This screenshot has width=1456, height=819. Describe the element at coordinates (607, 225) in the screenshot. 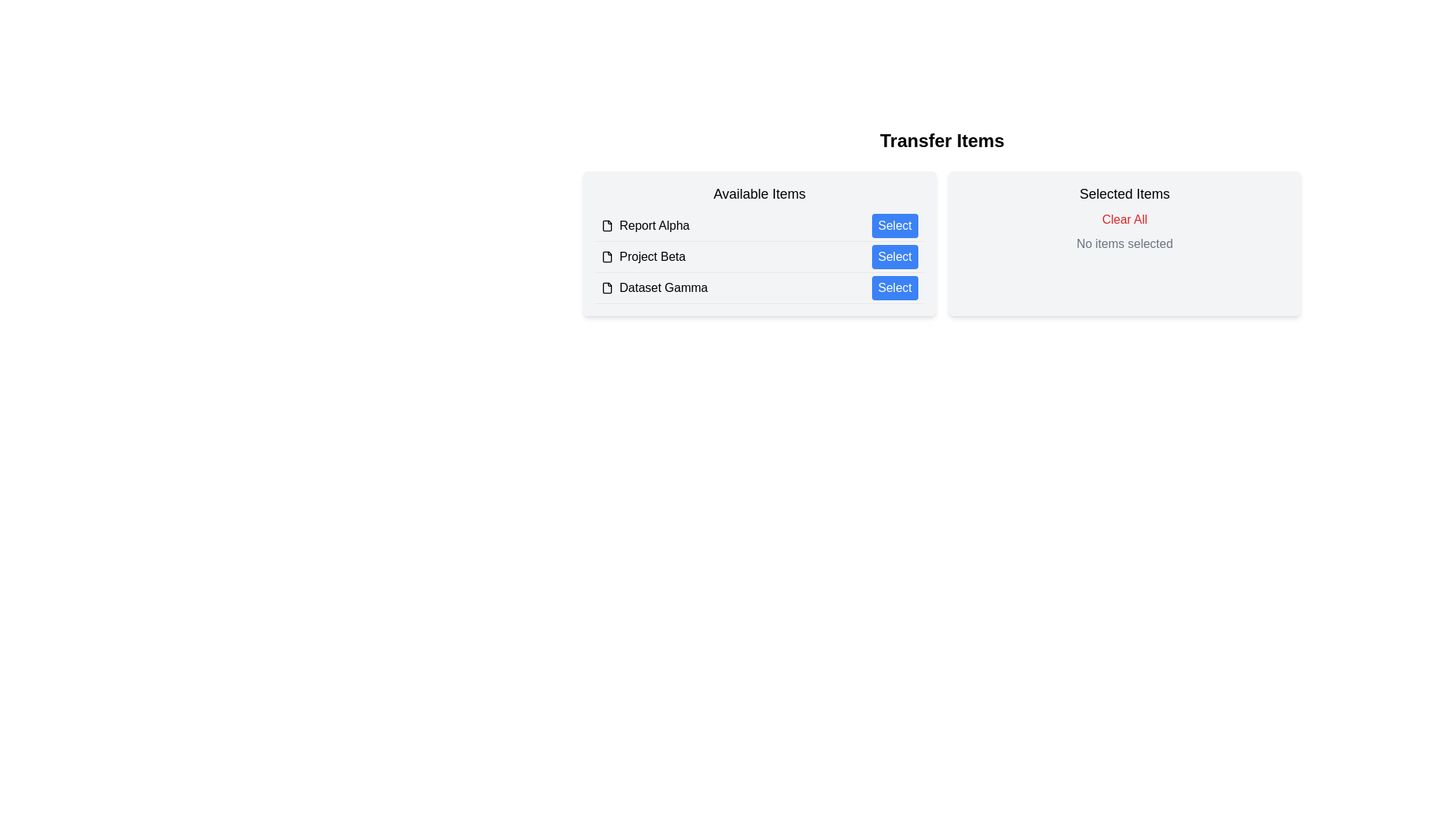

I see `the document file icon located to the left of 'Report Alpha' in the 'Available Items' list` at that location.